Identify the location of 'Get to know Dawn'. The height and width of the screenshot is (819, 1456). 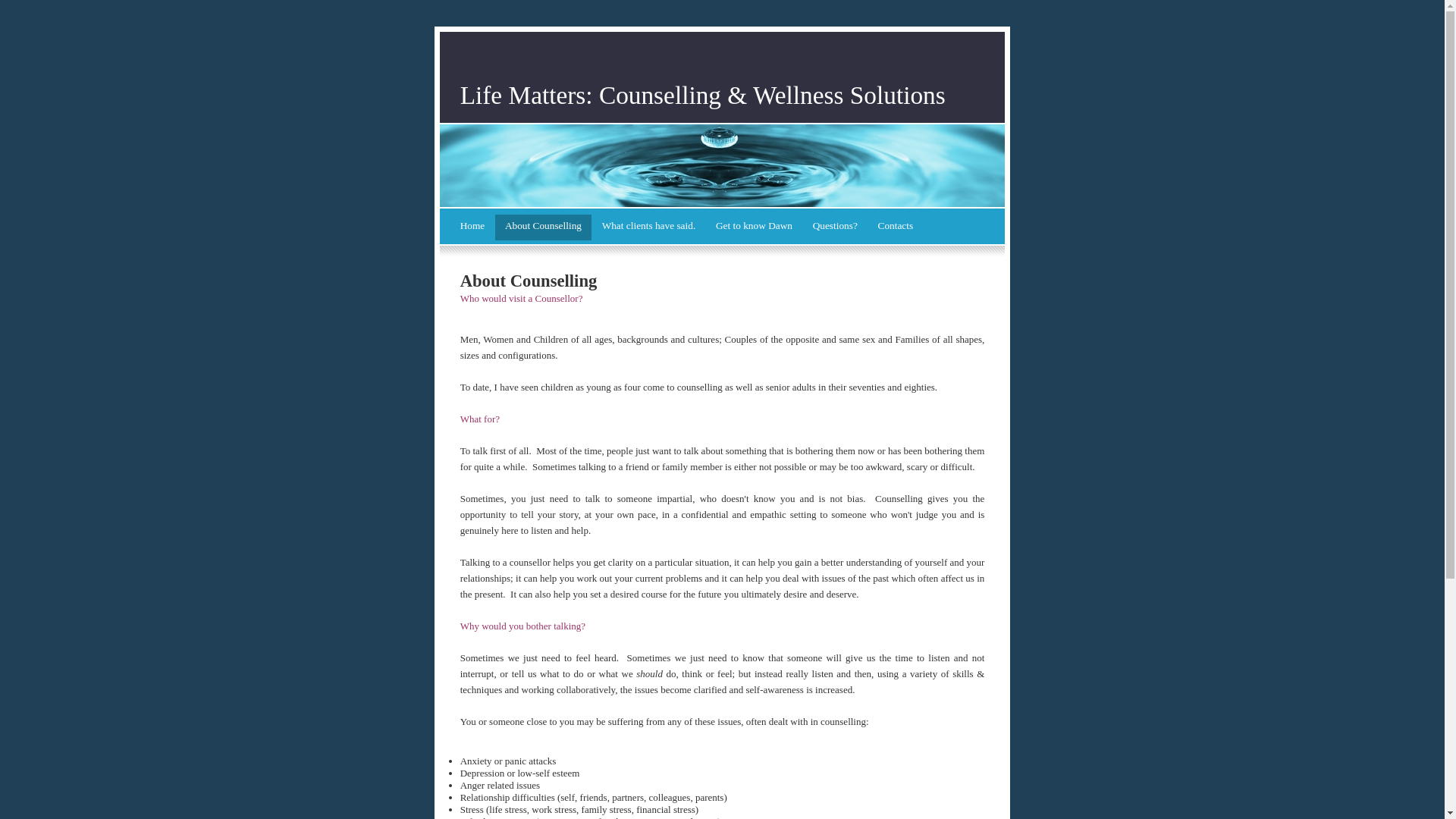
(754, 227).